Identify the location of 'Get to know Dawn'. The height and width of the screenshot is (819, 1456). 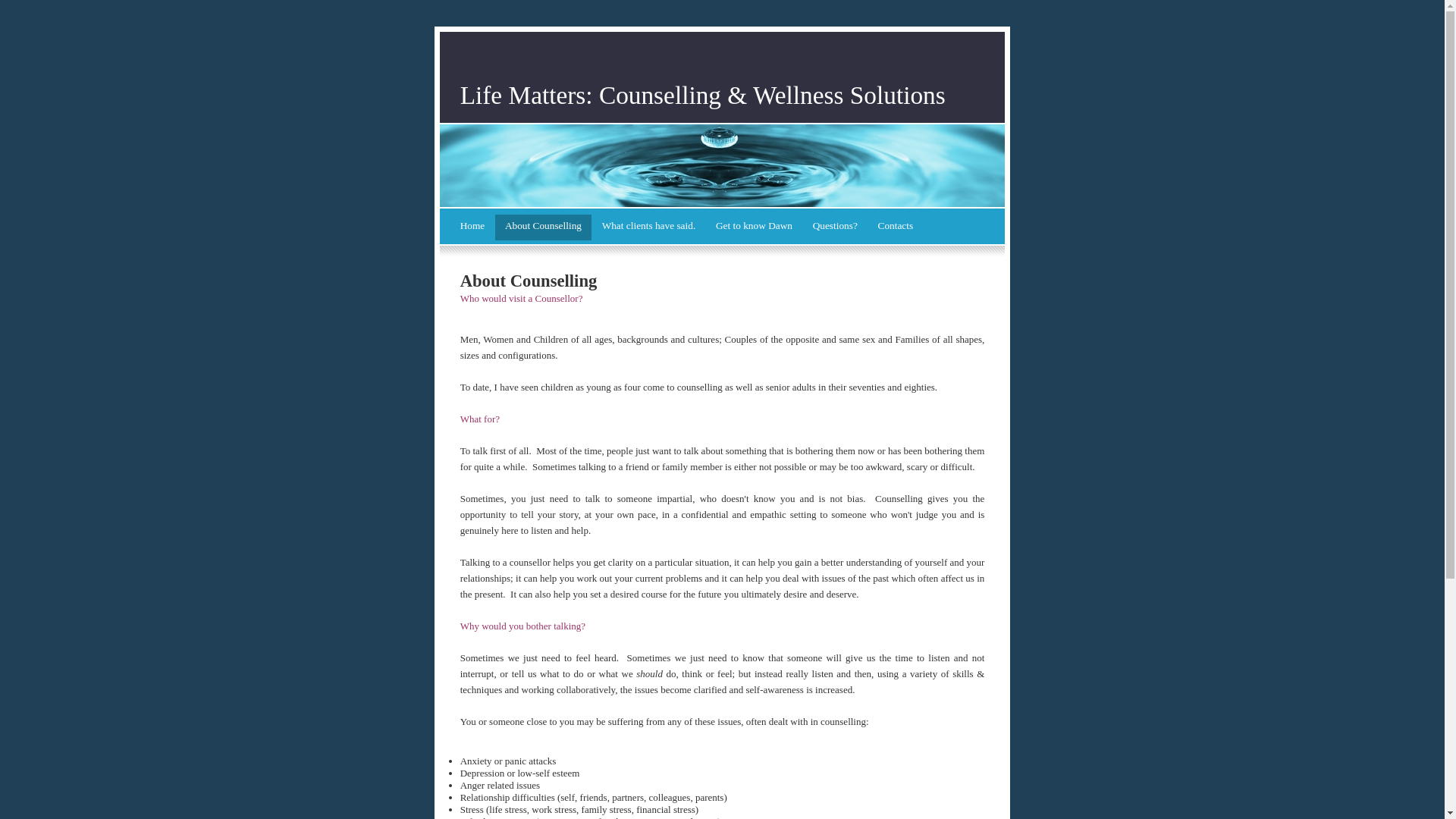
(754, 227).